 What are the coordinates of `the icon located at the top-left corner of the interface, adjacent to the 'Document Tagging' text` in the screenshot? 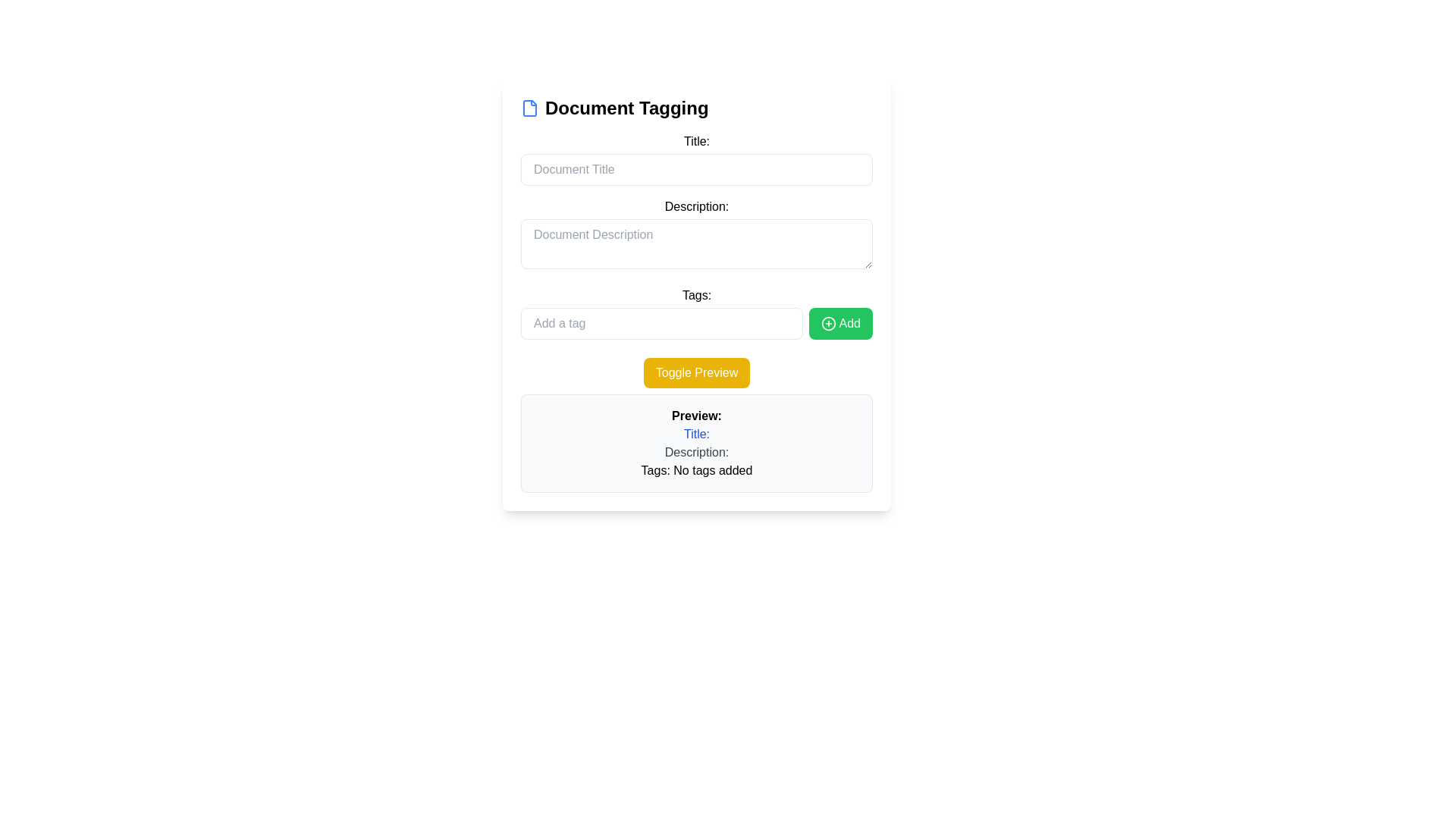 It's located at (530, 107).